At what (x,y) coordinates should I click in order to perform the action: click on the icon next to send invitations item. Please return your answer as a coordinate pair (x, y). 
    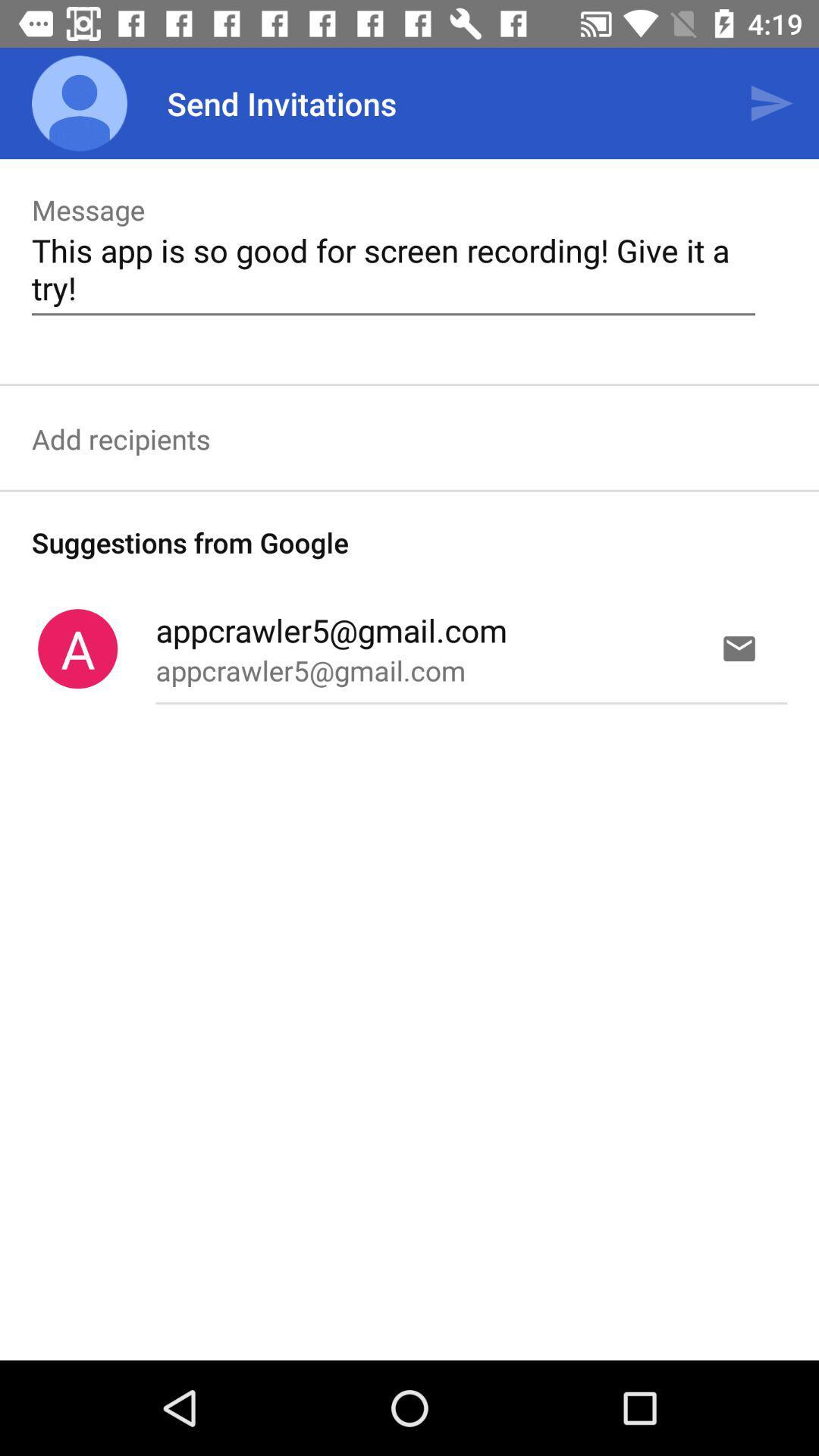
    Looking at the image, I should click on (79, 102).